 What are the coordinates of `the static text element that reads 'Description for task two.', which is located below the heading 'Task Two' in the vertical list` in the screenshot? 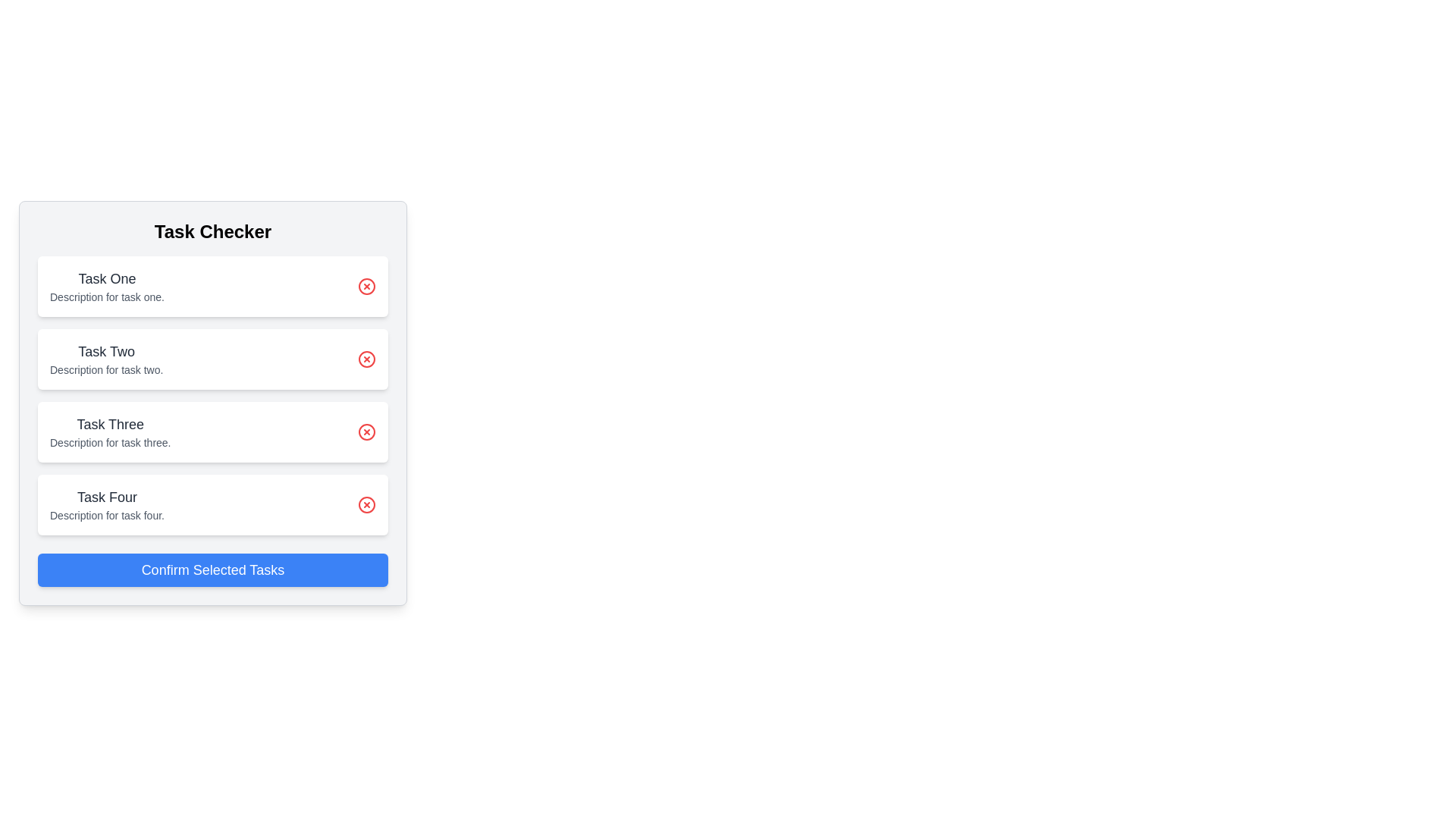 It's located at (105, 370).